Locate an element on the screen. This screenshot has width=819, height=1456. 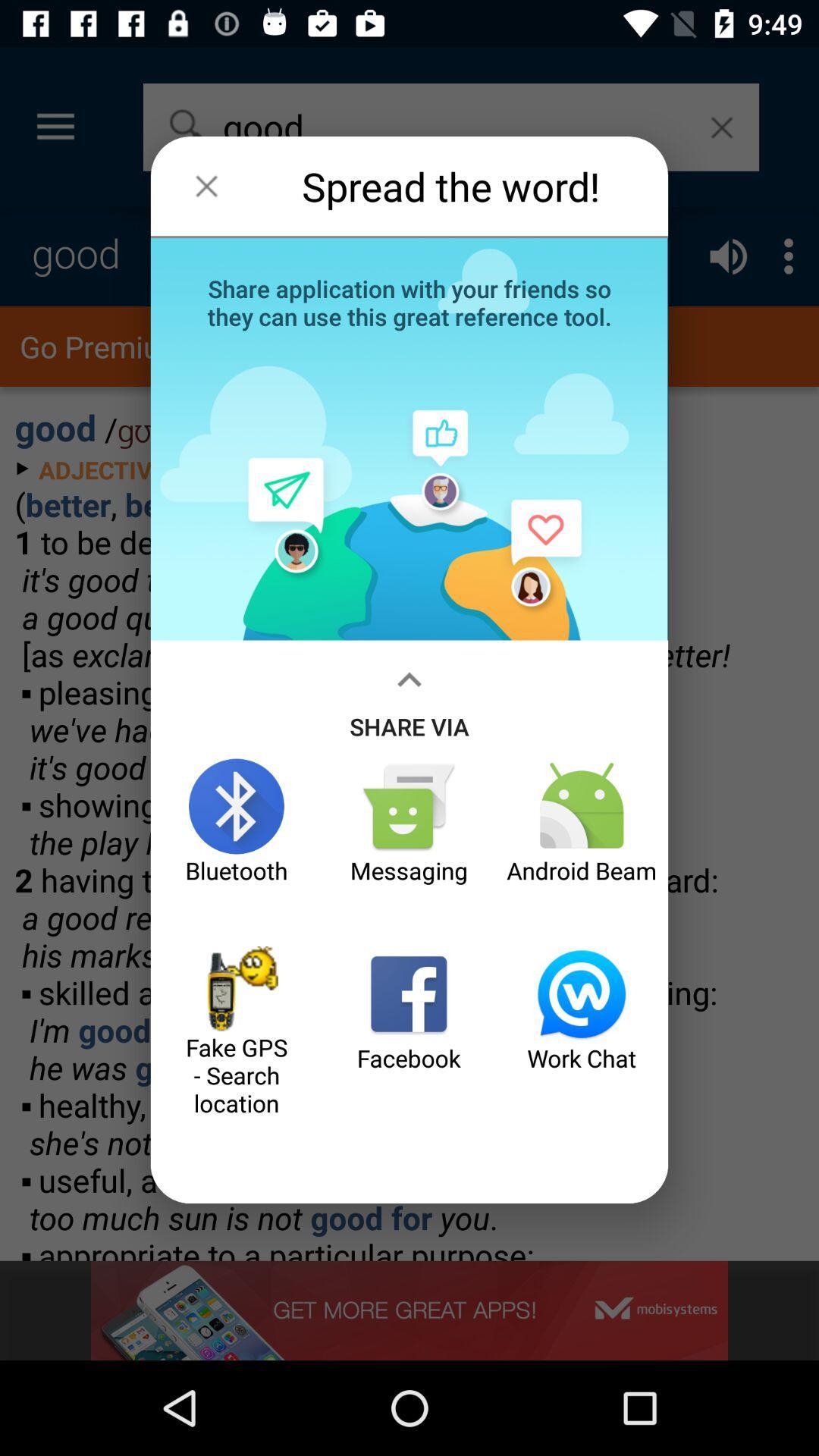
the share via item is located at coordinates (409, 698).